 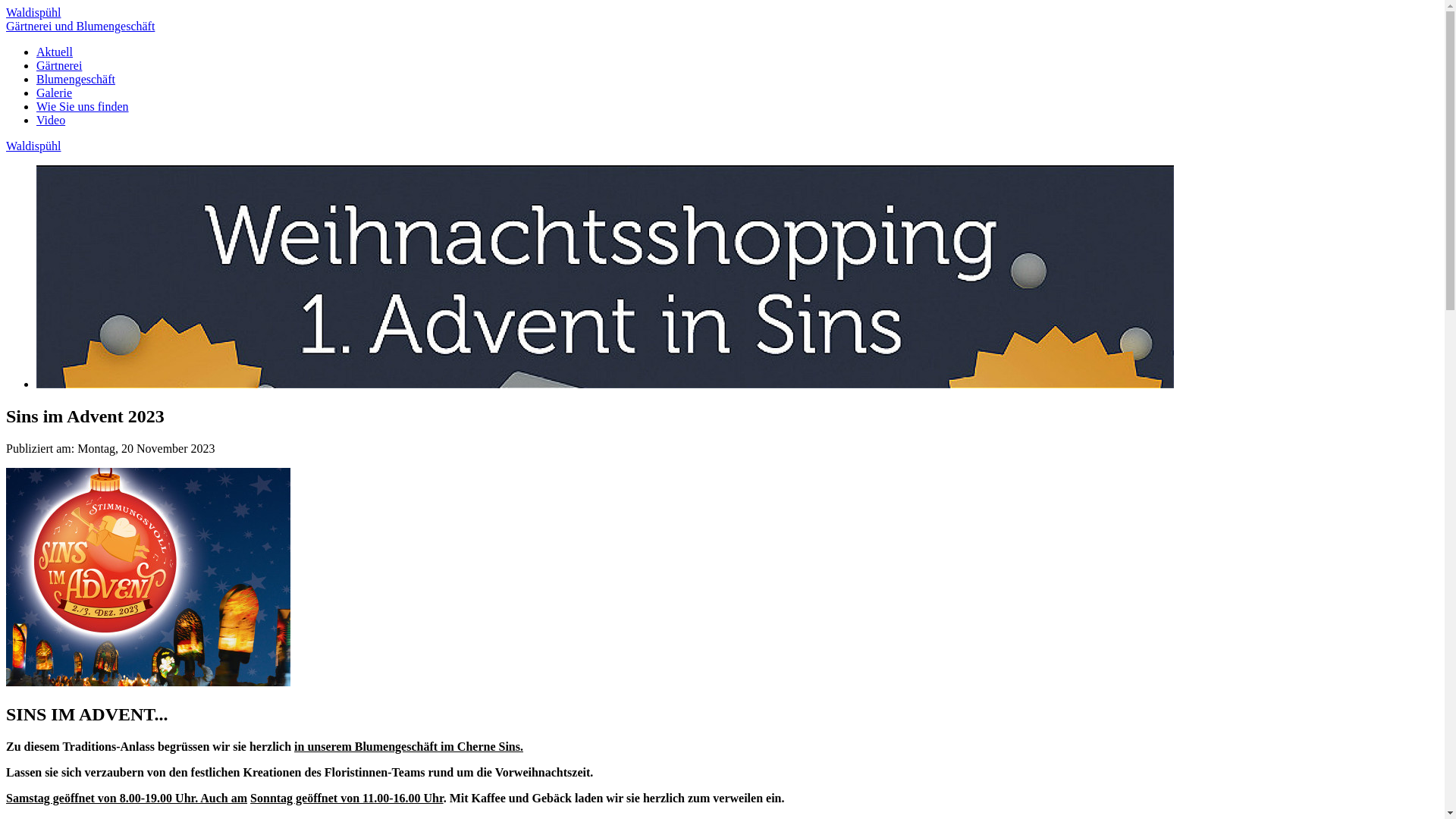 What do you see at coordinates (82, 105) in the screenshot?
I see `'Wie Sie uns finden'` at bounding box center [82, 105].